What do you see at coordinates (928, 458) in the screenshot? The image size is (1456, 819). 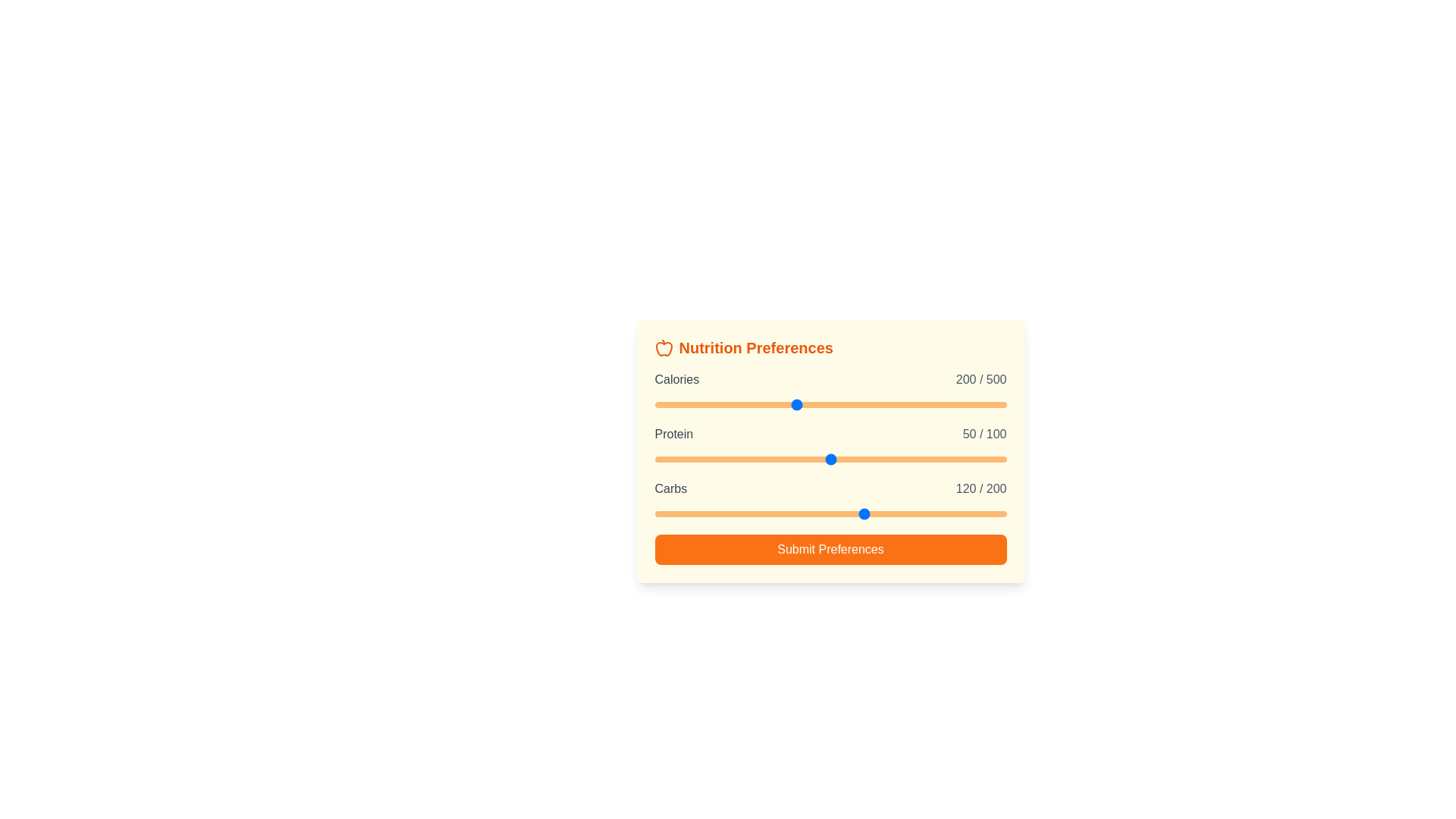 I see `the protein intake value` at bounding box center [928, 458].